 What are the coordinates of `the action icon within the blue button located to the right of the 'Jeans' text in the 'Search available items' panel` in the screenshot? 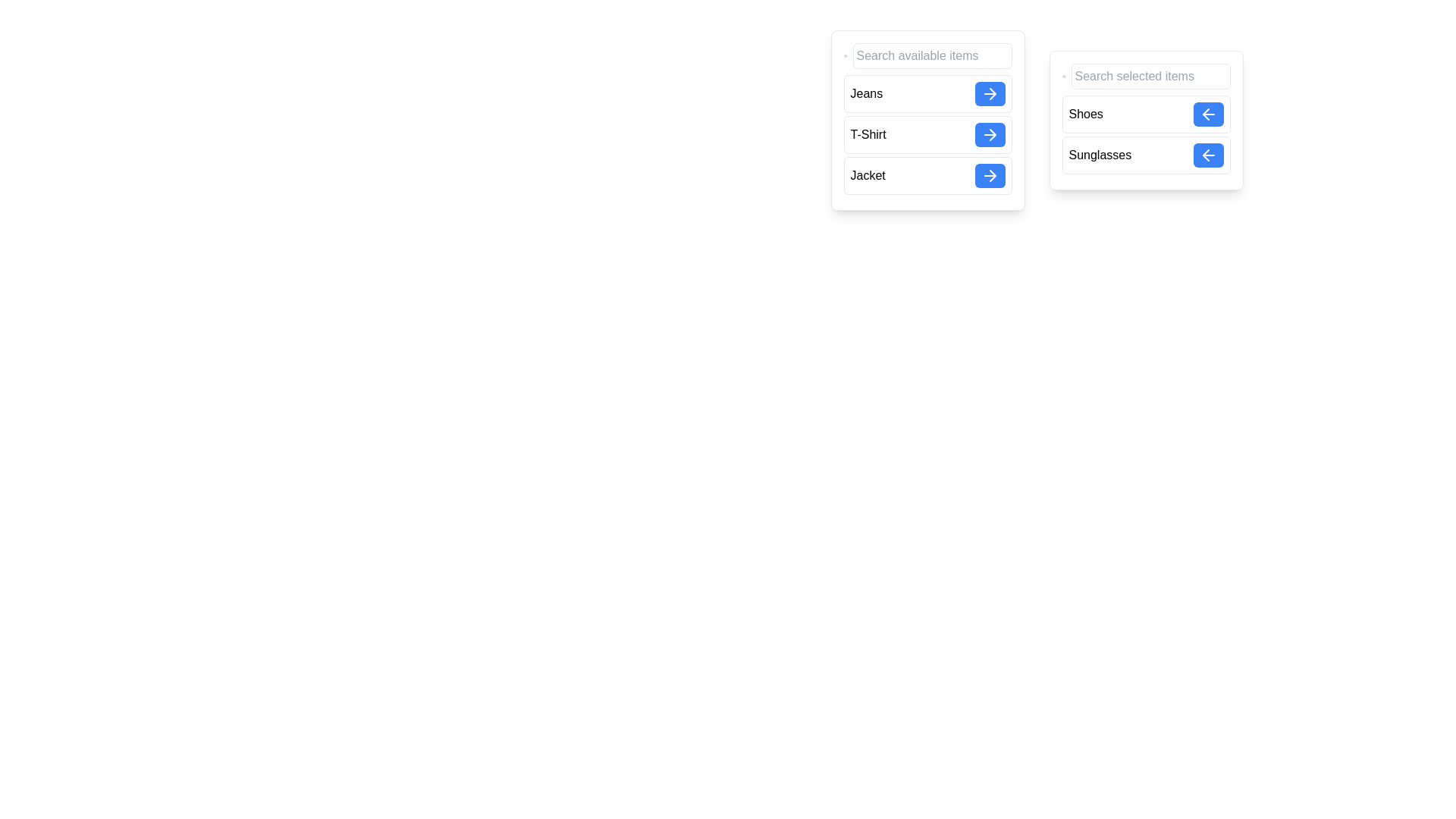 It's located at (990, 93).